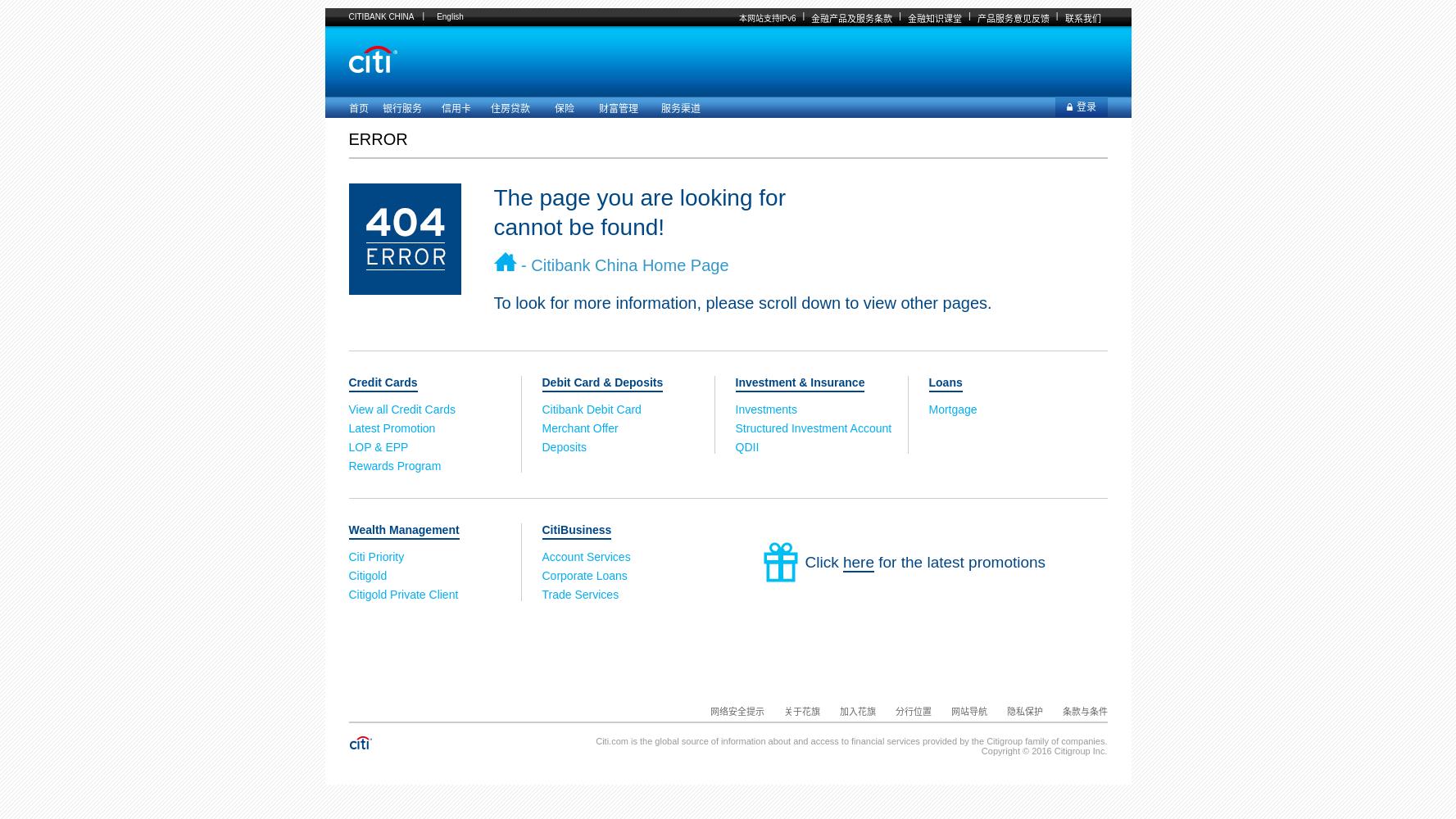  I want to click on 'Structured Investment Account', so click(812, 428).